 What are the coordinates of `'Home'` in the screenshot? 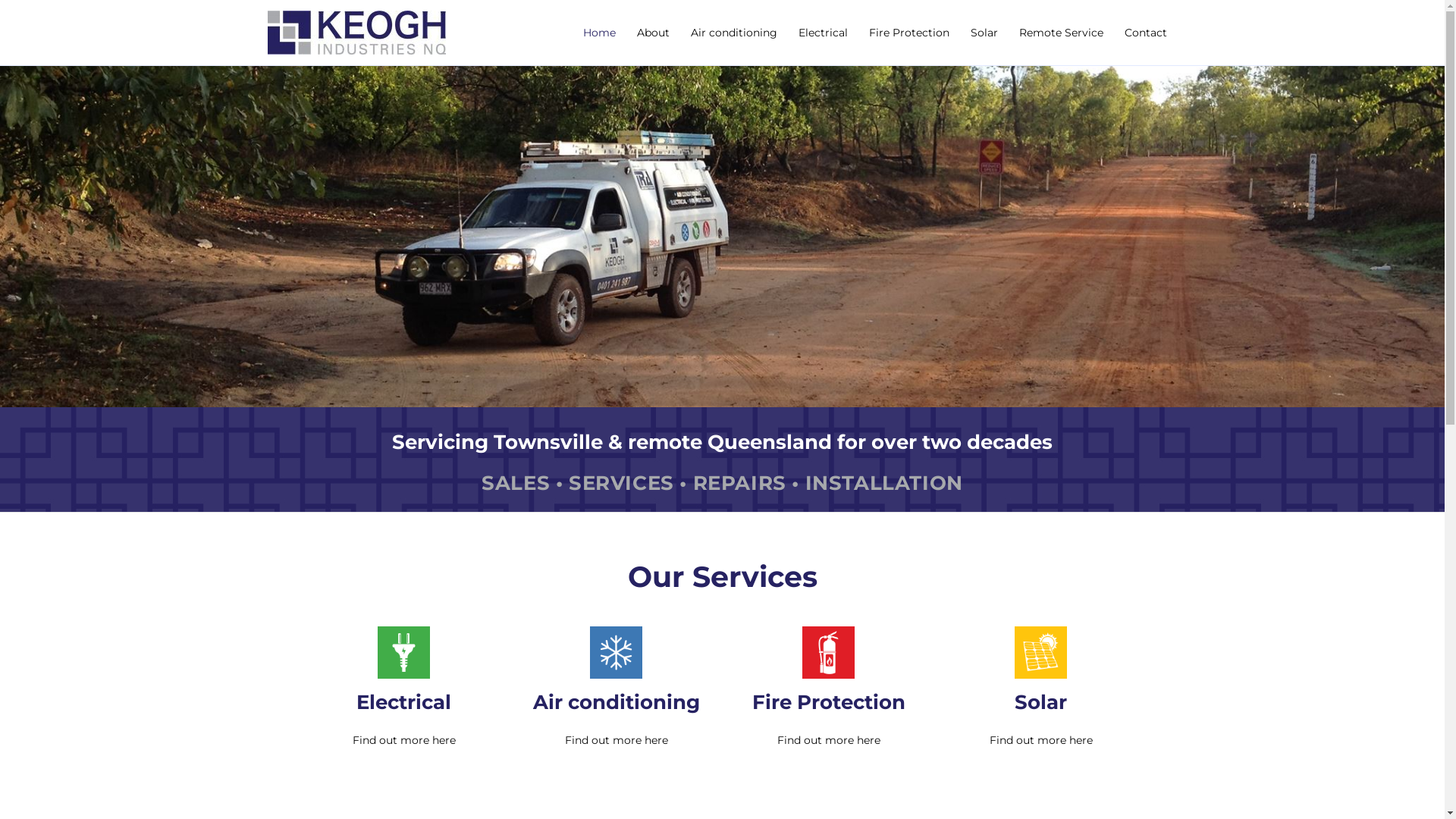 It's located at (598, 32).